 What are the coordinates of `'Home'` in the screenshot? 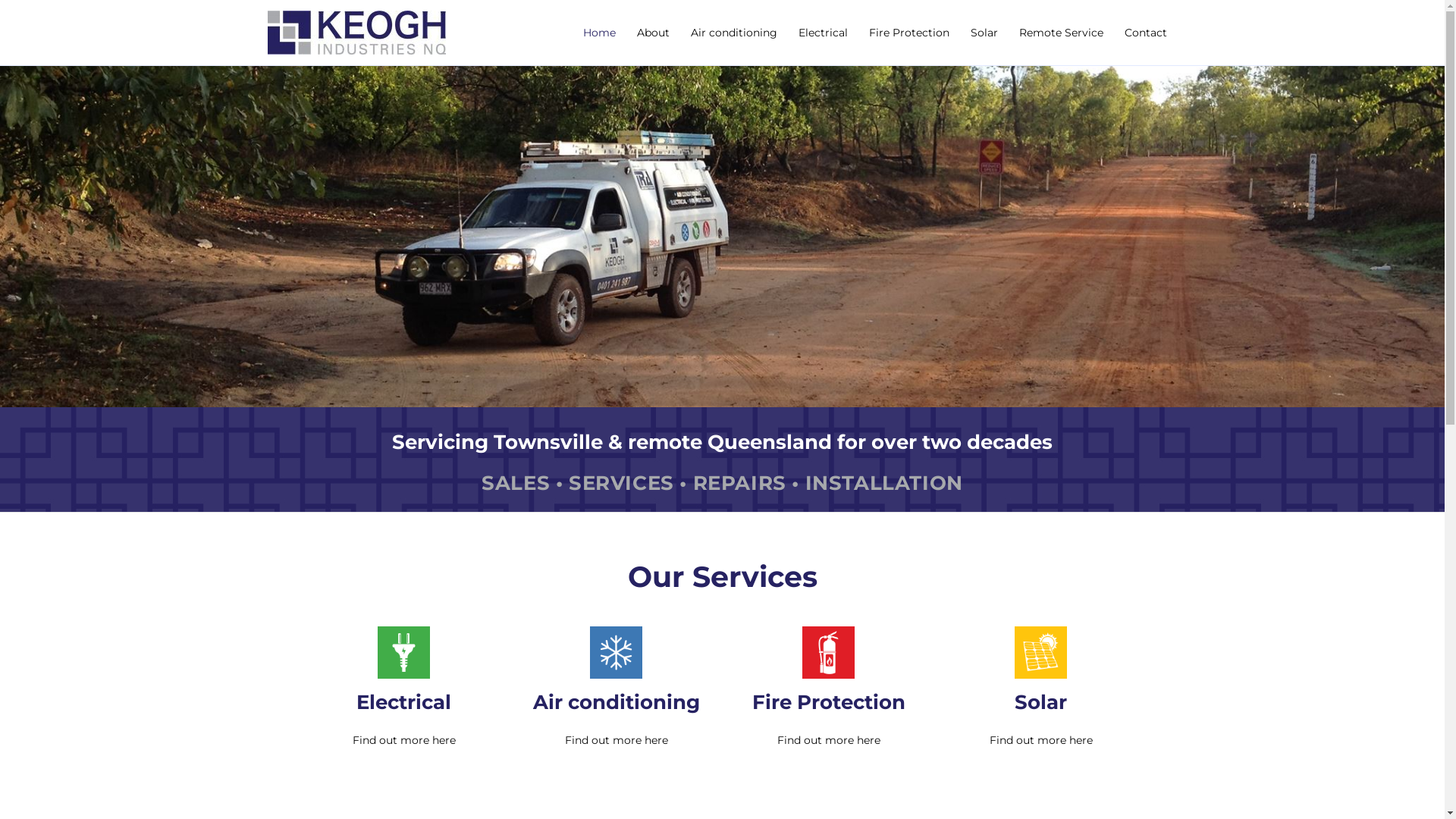 It's located at (598, 32).